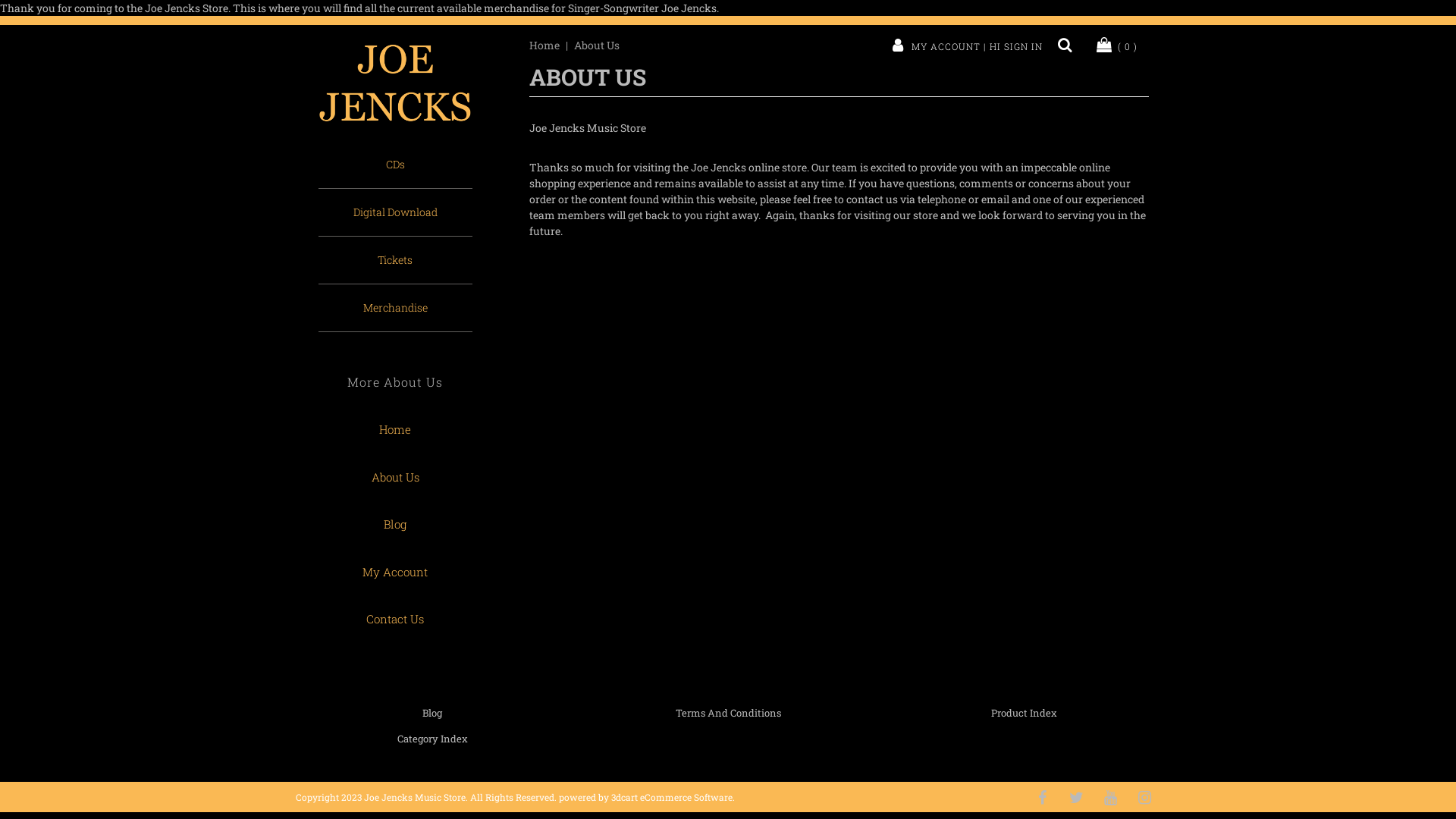  I want to click on 'Contact Us', so click(395, 619).